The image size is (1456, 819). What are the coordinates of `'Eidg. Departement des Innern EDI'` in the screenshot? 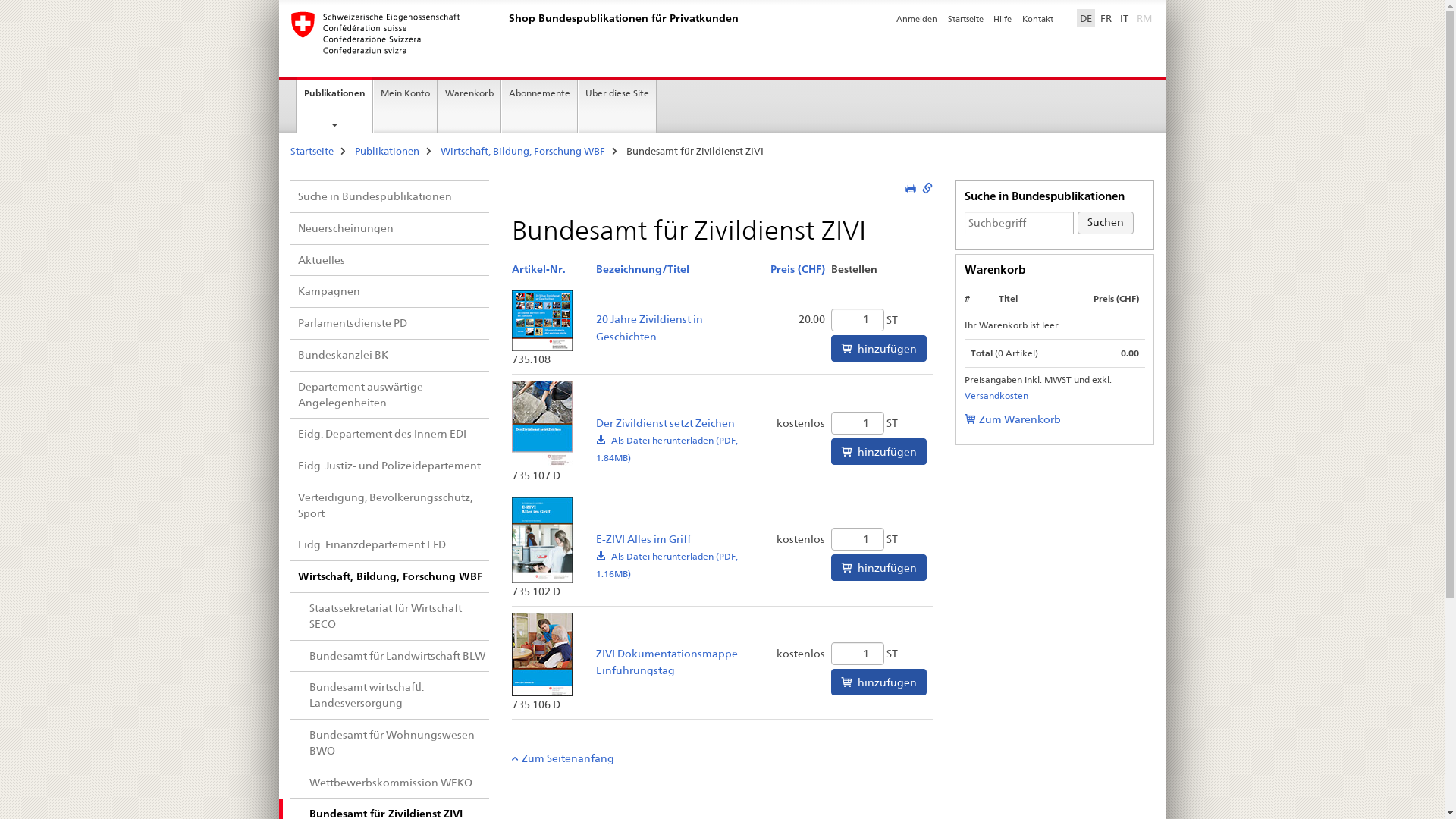 It's located at (389, 434).